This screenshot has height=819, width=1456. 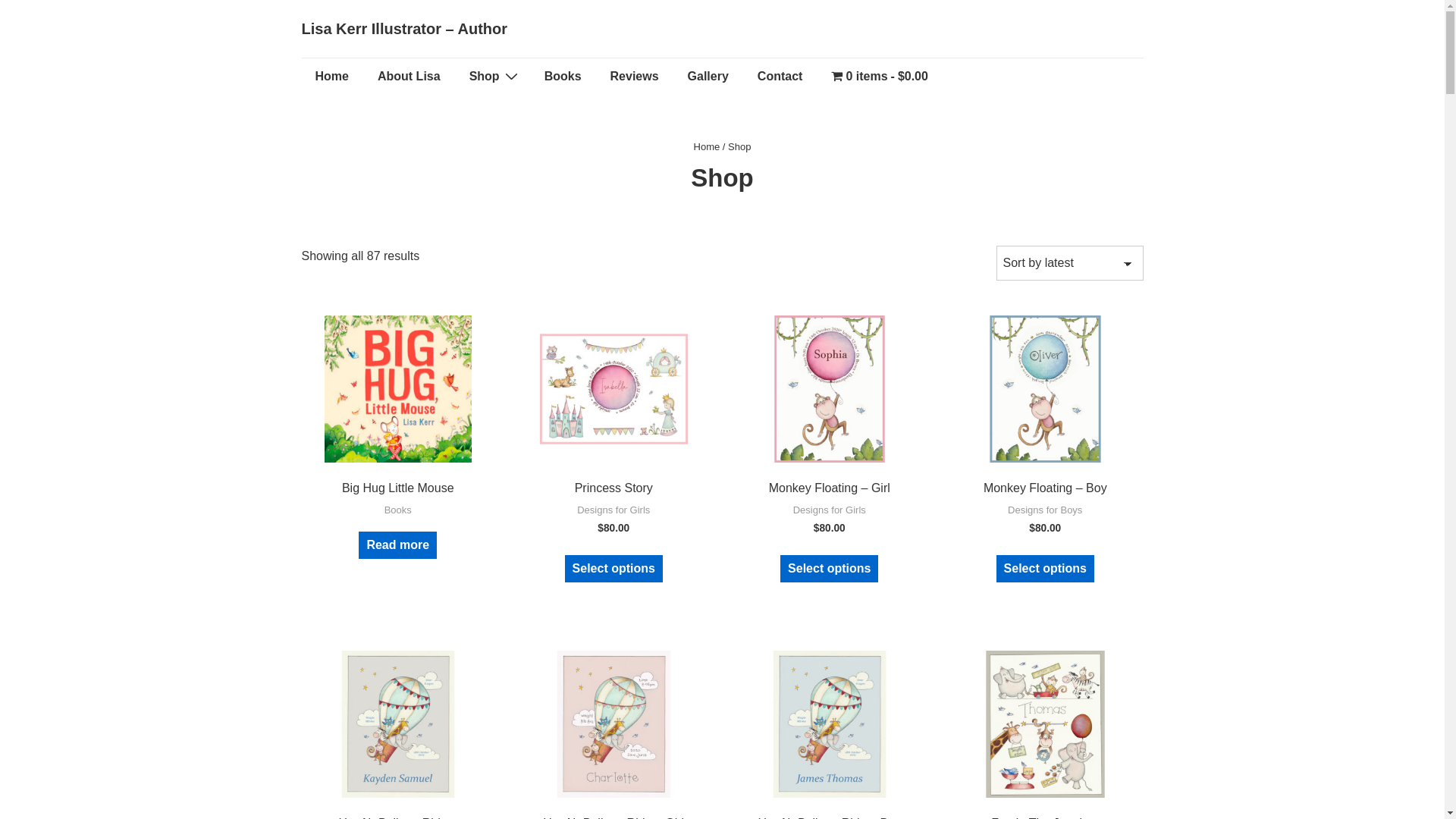 I want to click on 'Contact', so click(x=780, y=76).